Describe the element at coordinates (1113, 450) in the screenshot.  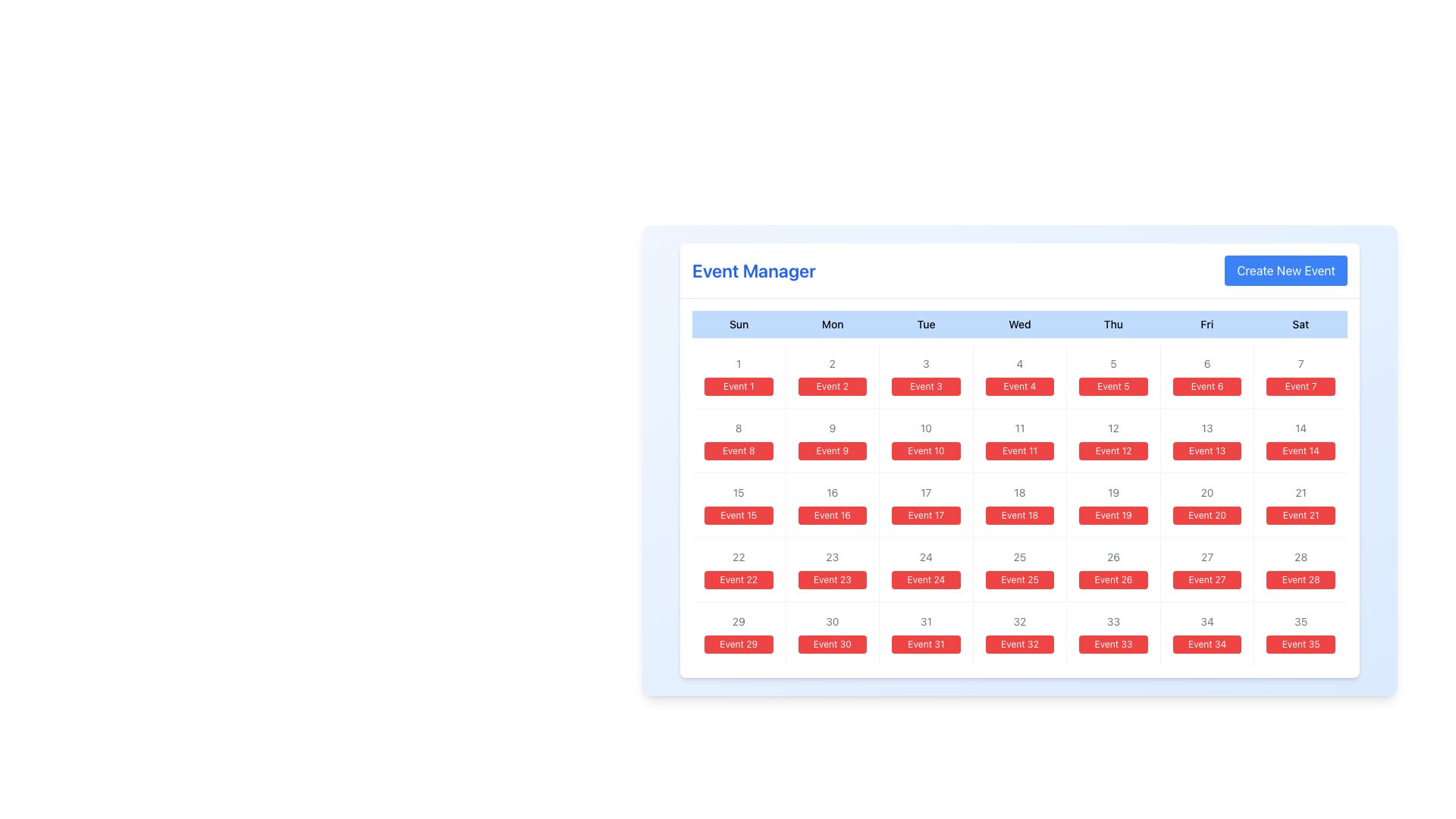
I see `the Button-like label with a red rectangular background and white text displaying 'Event 12', located under the column labeled 'Thu' in the calendar view` at that location.